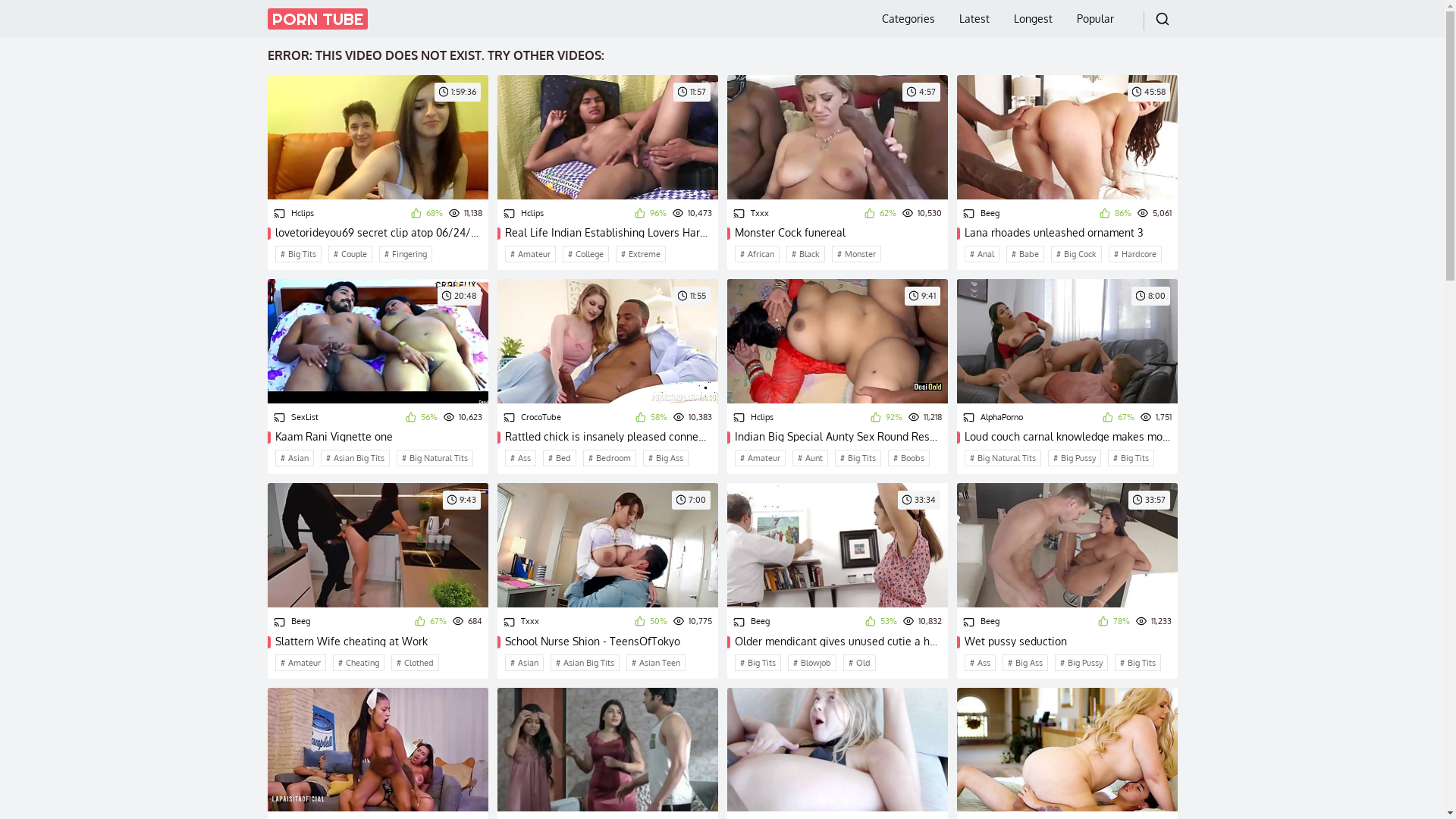  Describe the element at coordinates (1095, 18) in the screenshot. I see `'Popular'` at that location.